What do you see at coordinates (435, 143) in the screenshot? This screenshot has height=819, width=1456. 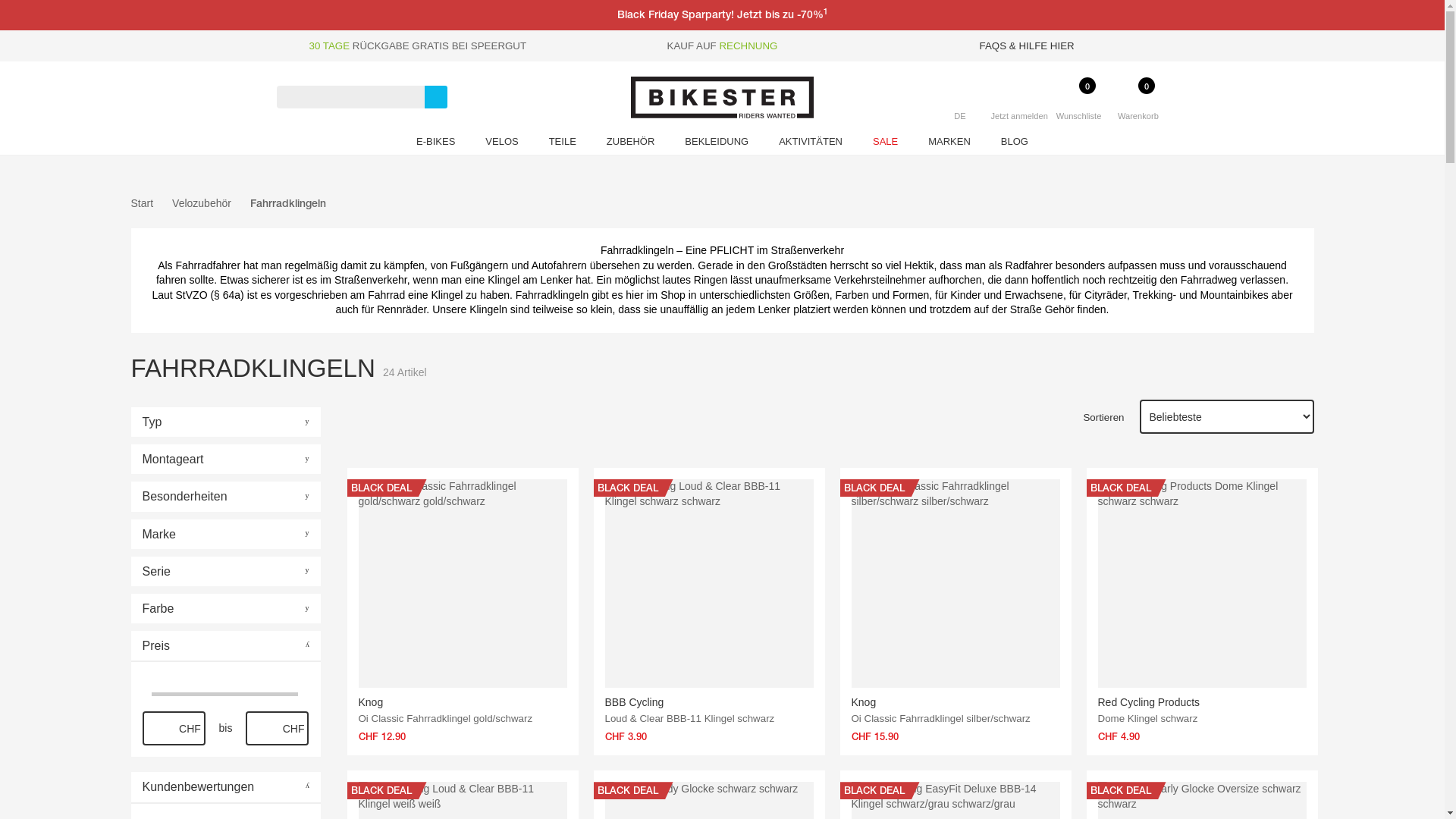 I see `'E-BIKES'` at bounding box center [435, 143].